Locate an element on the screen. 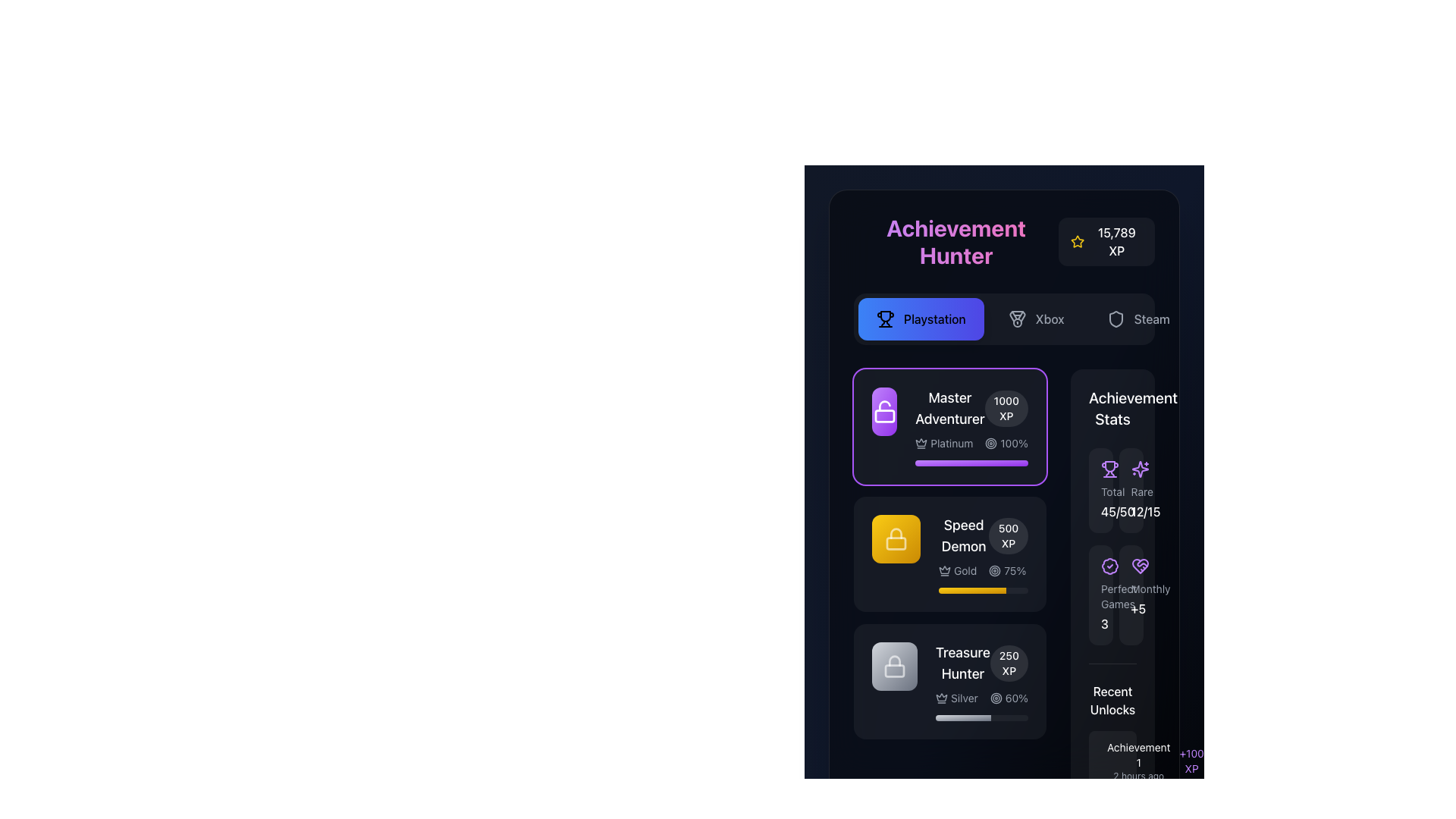  the lock icon indicating the locked status of an achievement, which is centered within a rounded rectangular button with a gradient fill from yellow to gold is located at coordinates (896, 538).